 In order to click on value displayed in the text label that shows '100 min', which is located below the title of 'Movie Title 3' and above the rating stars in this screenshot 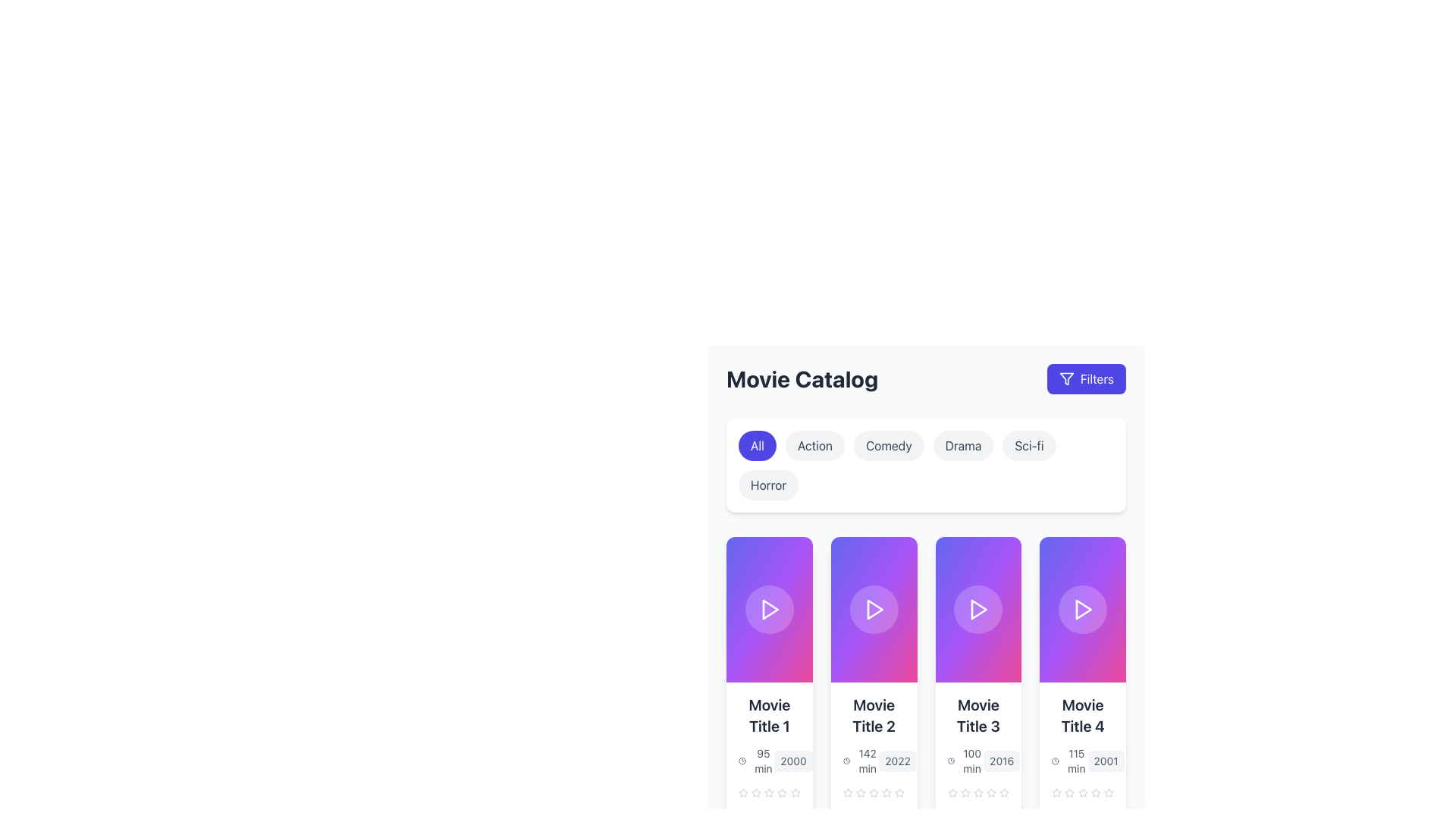, I will do `click(965, 761)`.